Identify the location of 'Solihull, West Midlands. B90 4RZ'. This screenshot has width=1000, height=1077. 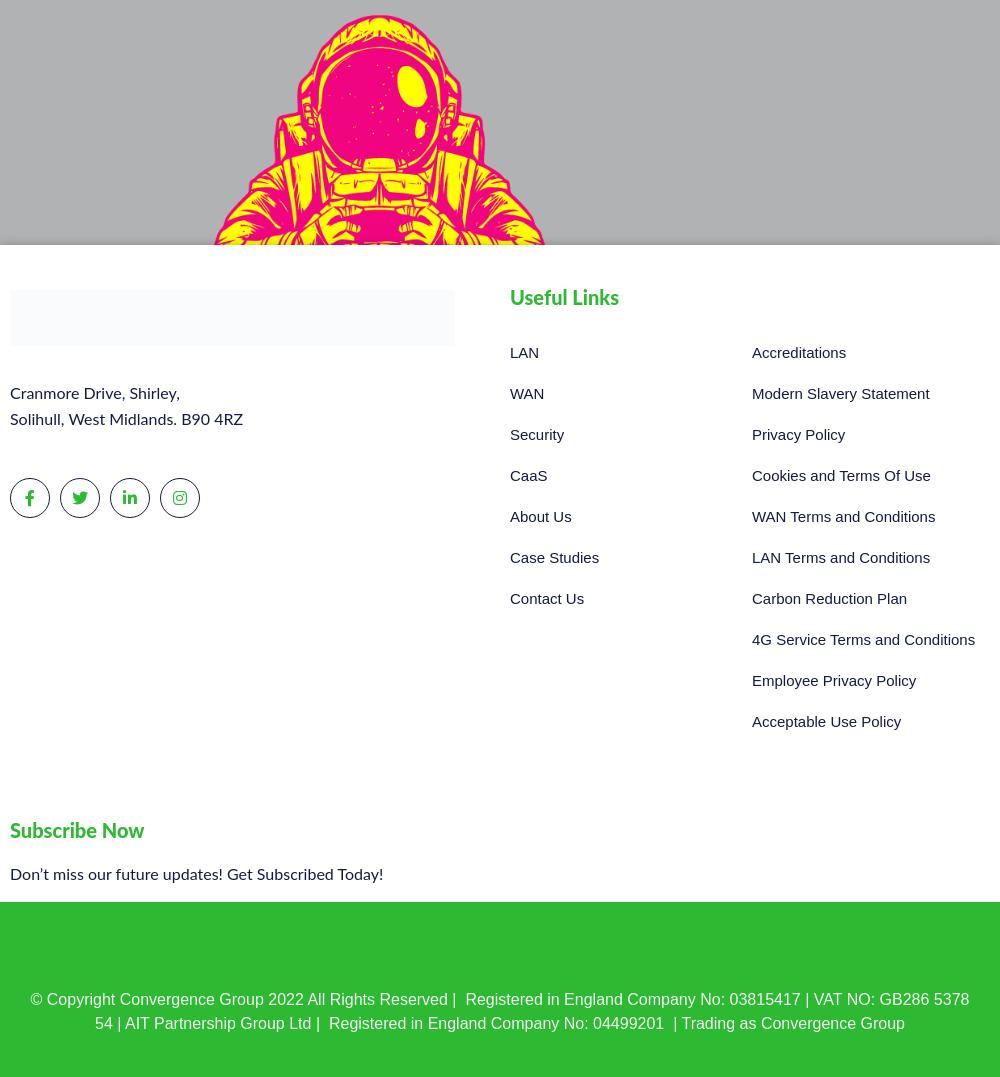
(126, 419).